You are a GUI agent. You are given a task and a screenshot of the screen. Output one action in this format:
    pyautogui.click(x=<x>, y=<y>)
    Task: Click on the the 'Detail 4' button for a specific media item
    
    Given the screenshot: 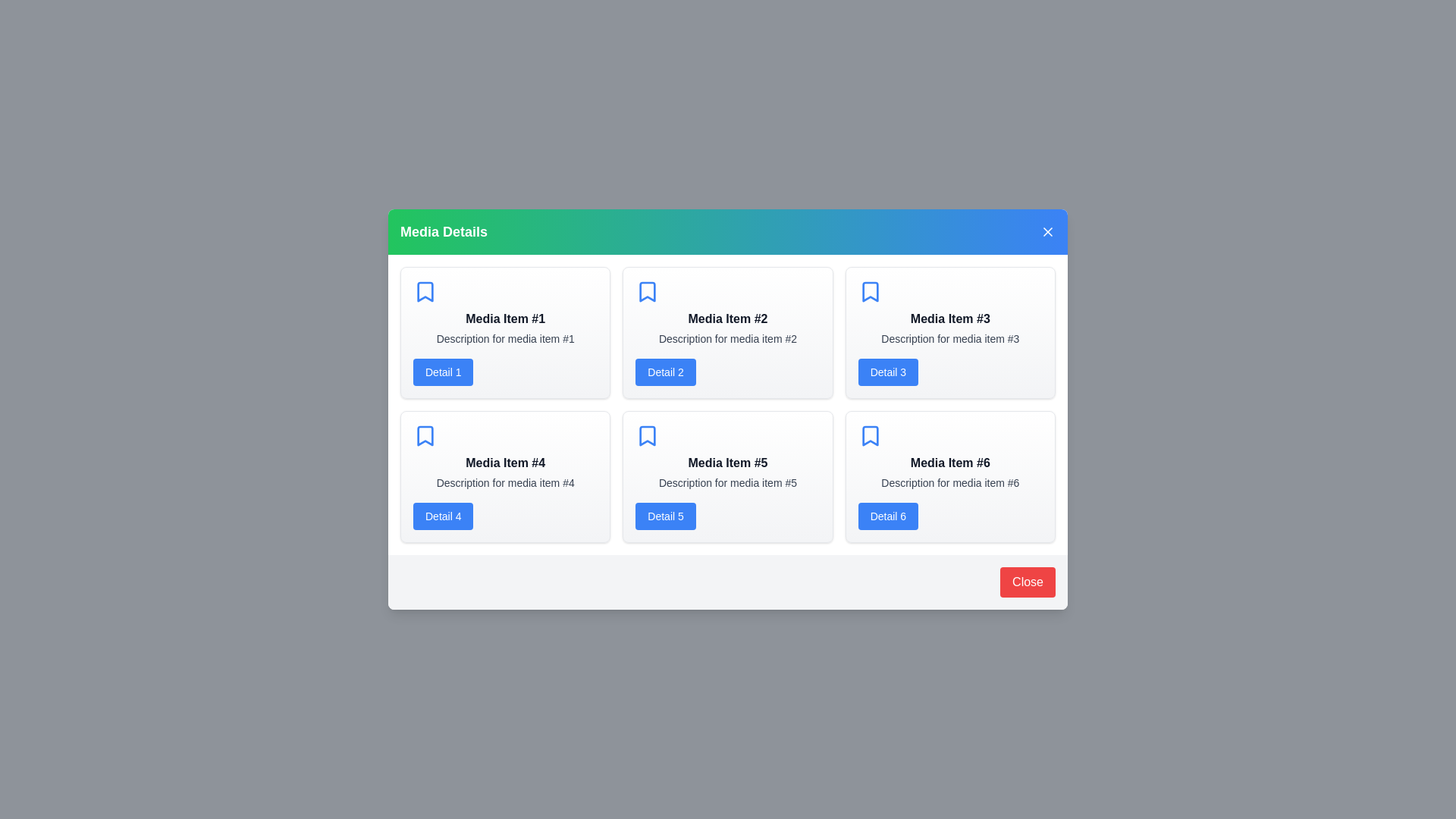 What is the action you would take?
    pyautogui.click(x=442, y=516)
    